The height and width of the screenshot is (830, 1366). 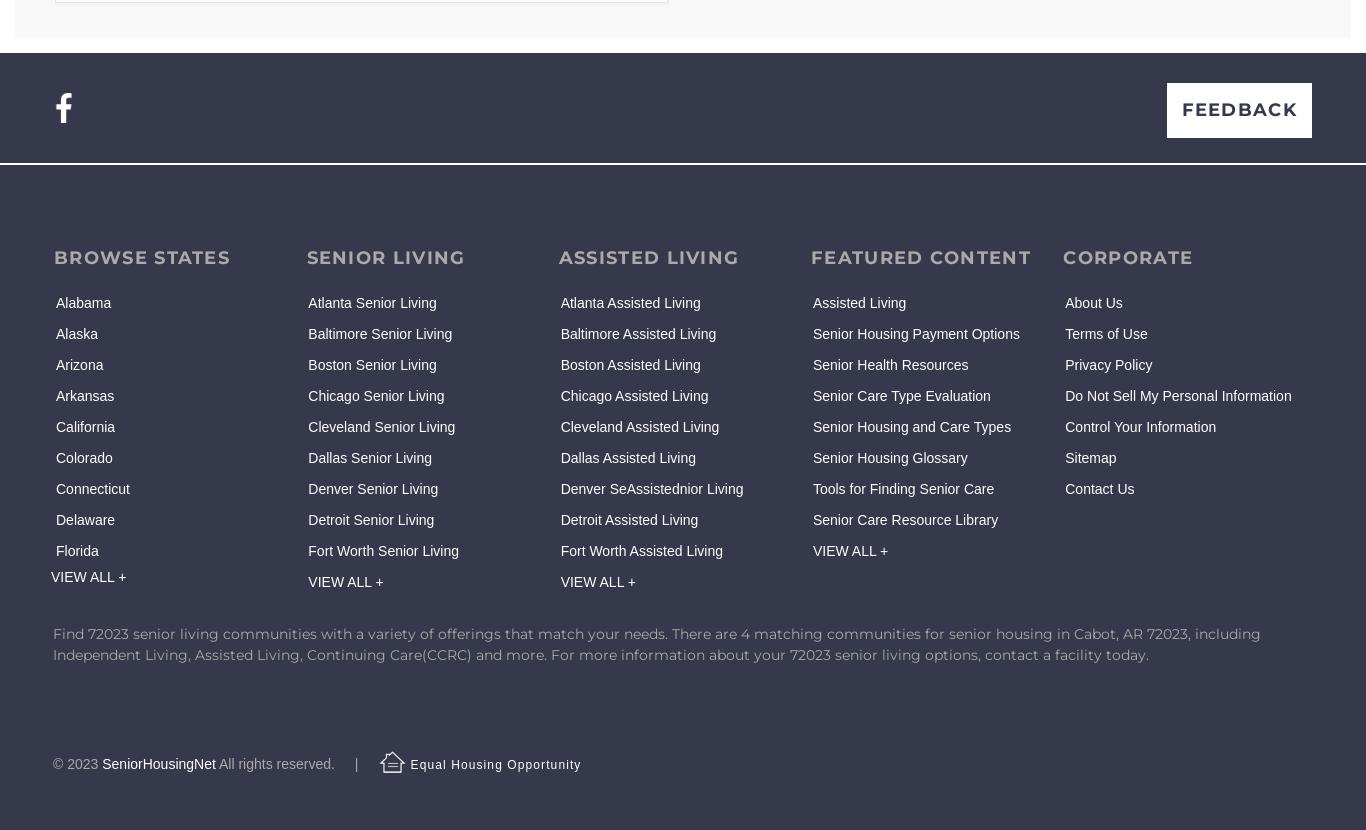 What do you see at coordinates (1127, 257) in the screenshot?
I see `'CORPORATE'` at bounding box center [1127, 257].